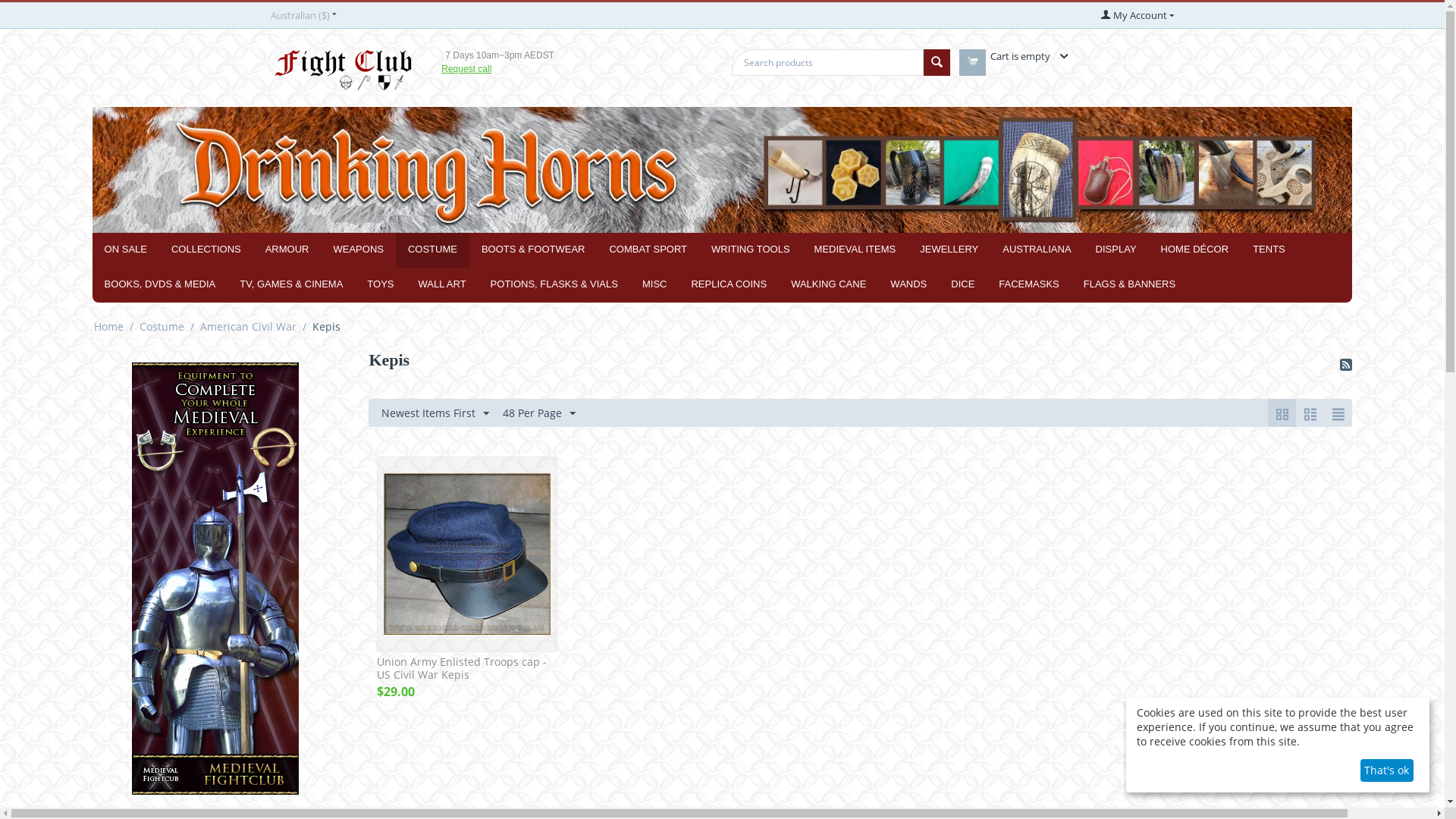 The image size is (1456, 819). I want to click on 'MISC', so click(654, 284).